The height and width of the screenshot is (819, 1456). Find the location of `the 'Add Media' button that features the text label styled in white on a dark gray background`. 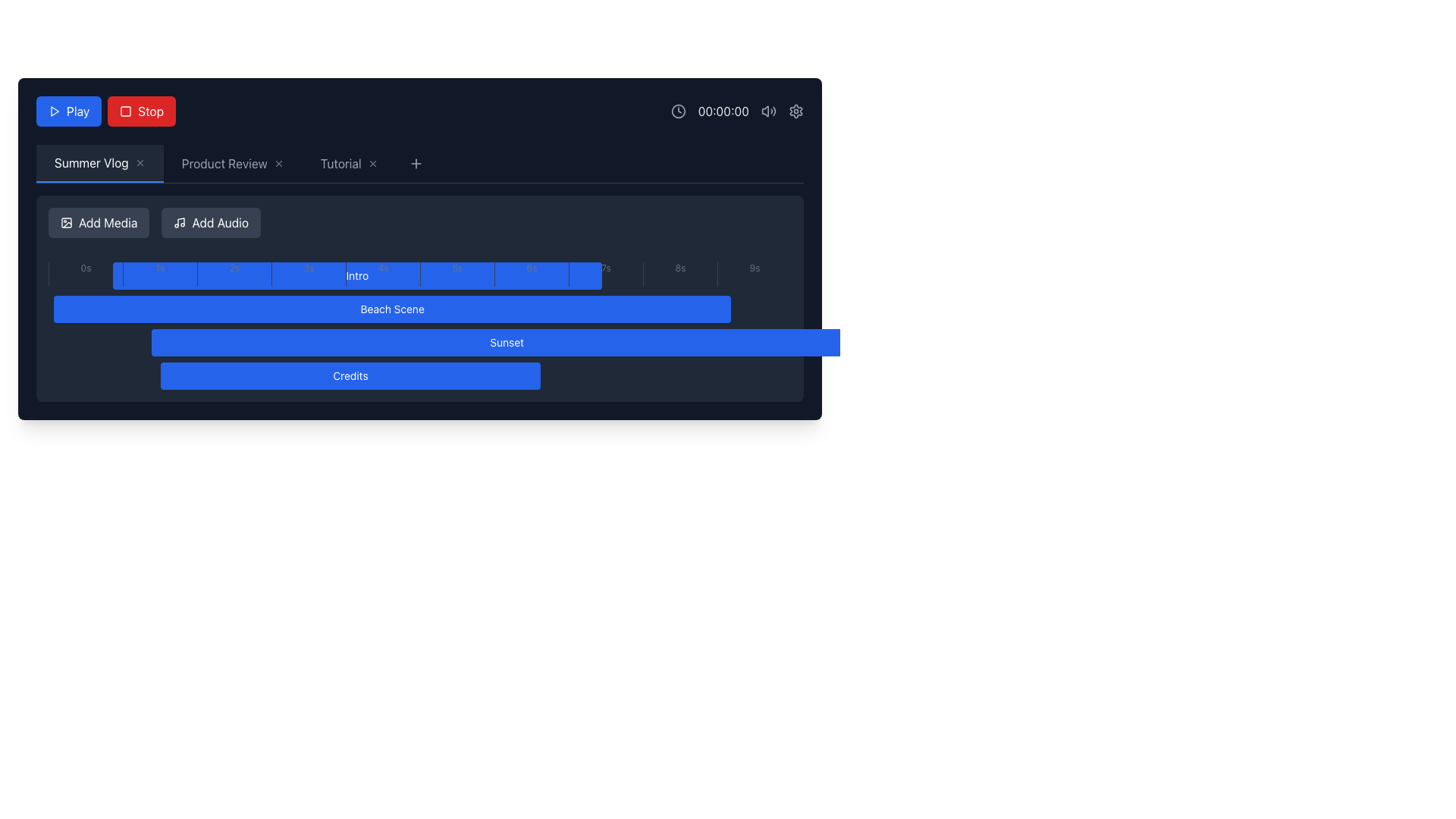

the 'Add Media' button that features the text label styled in white on a dark gray background is located at coordinates (107, 222).